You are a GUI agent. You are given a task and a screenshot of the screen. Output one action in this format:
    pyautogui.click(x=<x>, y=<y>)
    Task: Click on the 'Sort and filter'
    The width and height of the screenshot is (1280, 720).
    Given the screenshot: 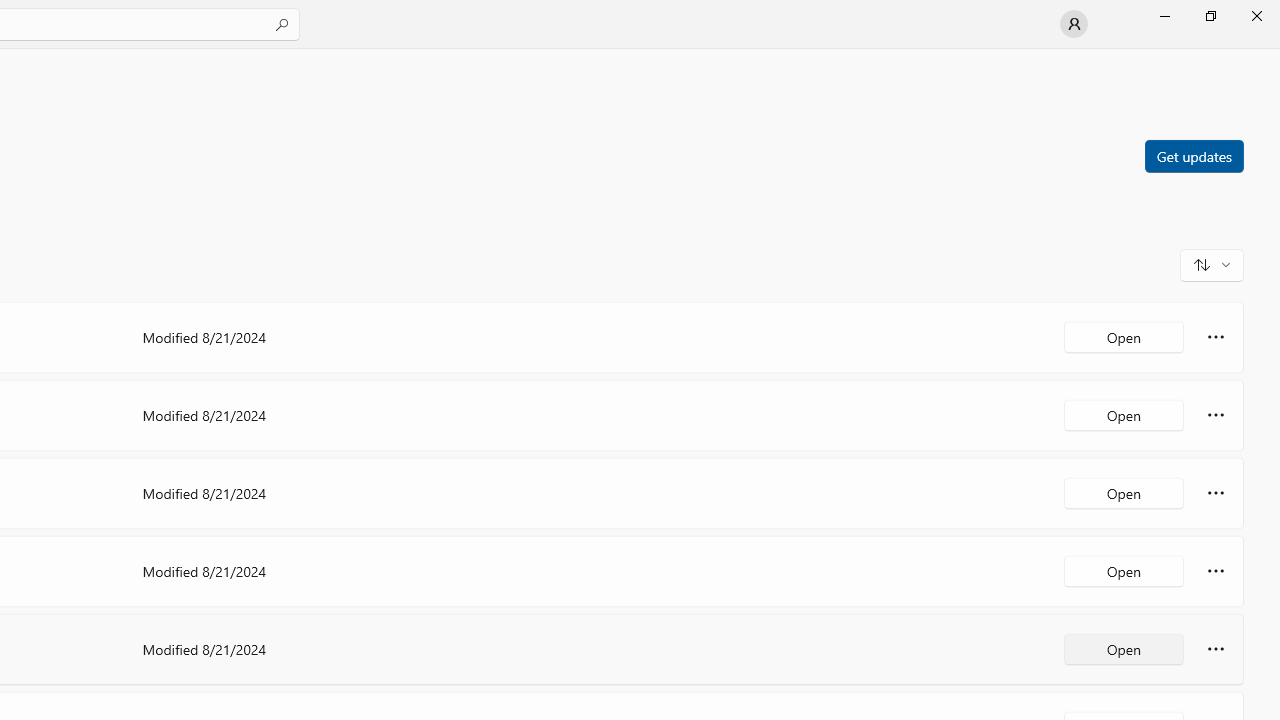 What is the action you would take?
    pyautogui.click(x=1211, y=263)
    